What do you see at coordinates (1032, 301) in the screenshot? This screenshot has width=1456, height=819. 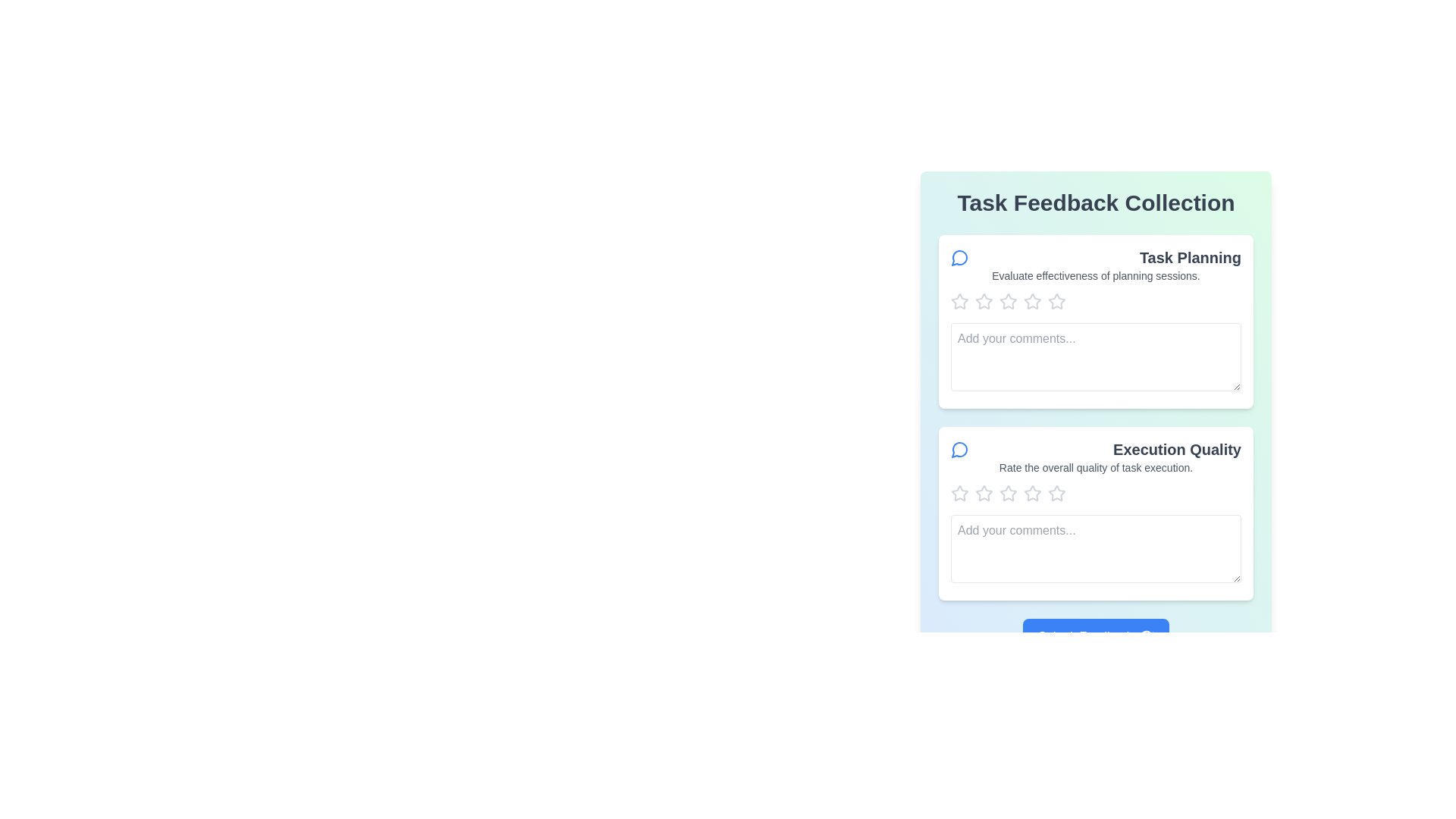 I see `the 5th star icon in the 'Task Planning' section` at bounding box center [1032, 301].